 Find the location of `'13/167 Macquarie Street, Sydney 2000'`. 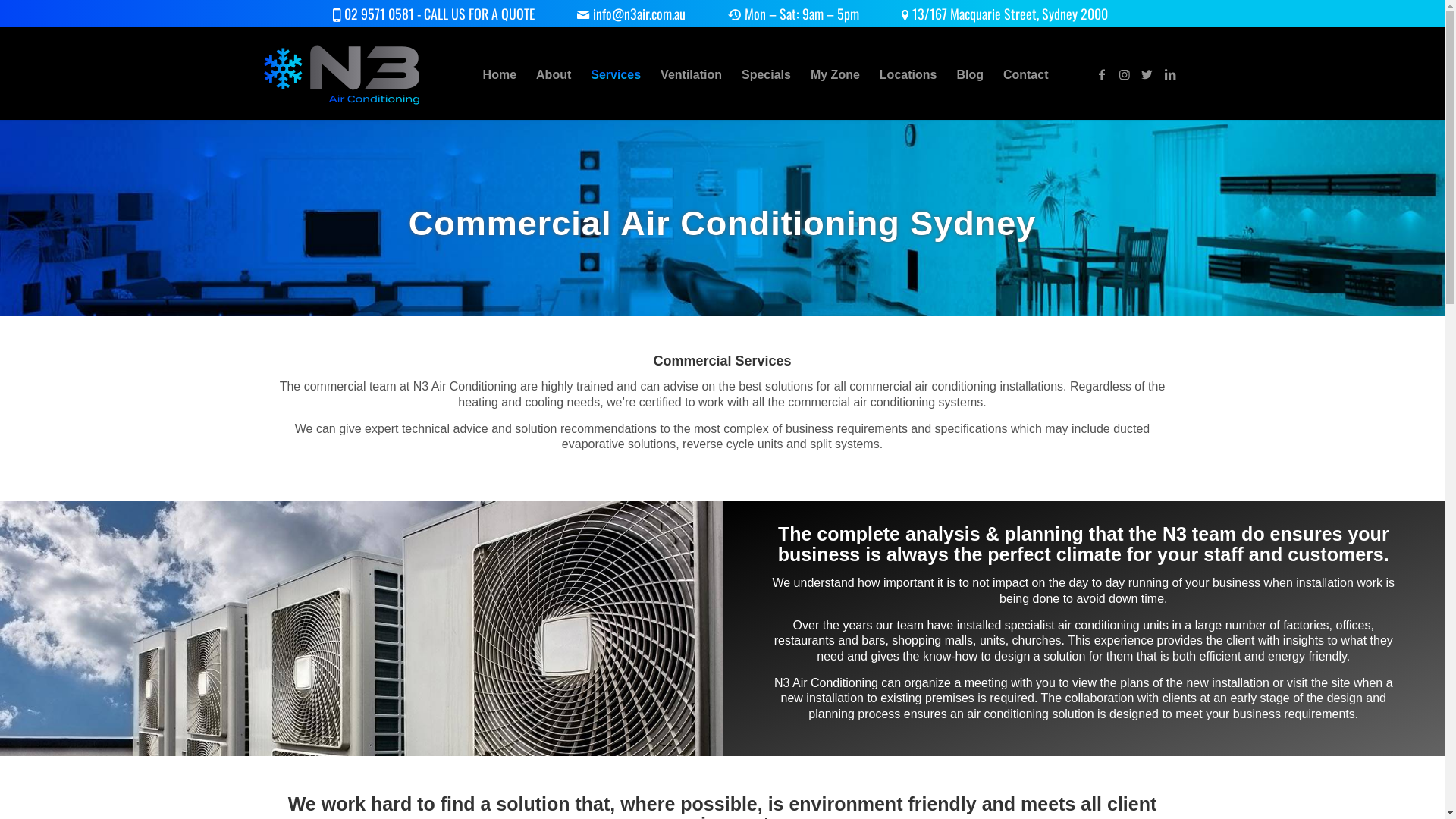

'13/167 Macquarie Street, Sydney 2000' is located at coordinates (1006, 14).